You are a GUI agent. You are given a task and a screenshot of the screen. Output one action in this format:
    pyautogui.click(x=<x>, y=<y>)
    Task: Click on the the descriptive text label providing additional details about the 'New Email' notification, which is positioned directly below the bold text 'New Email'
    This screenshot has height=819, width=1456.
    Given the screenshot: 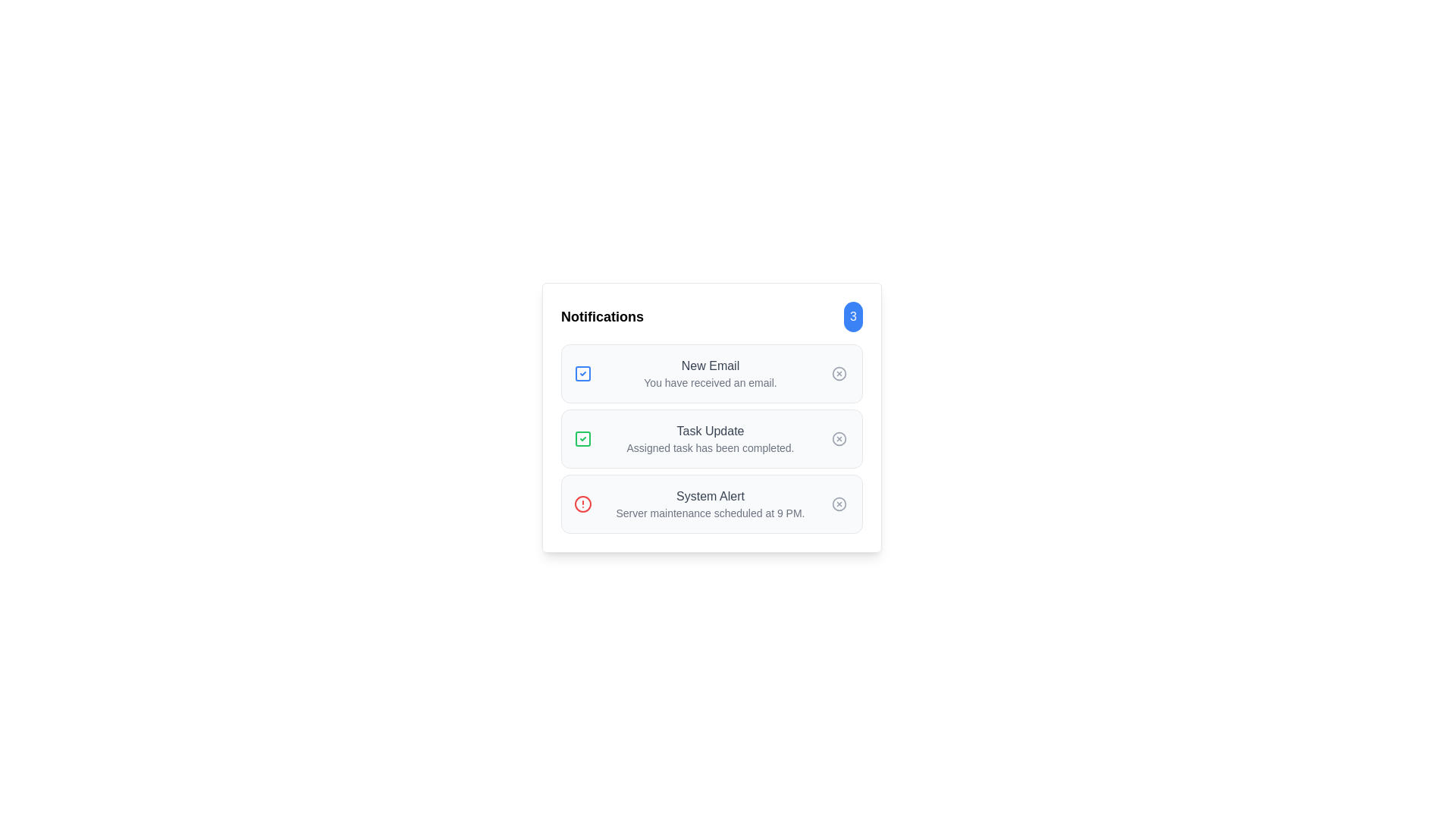 What is the action you would take?
    pyautogui.click(x=709, y=382)
    